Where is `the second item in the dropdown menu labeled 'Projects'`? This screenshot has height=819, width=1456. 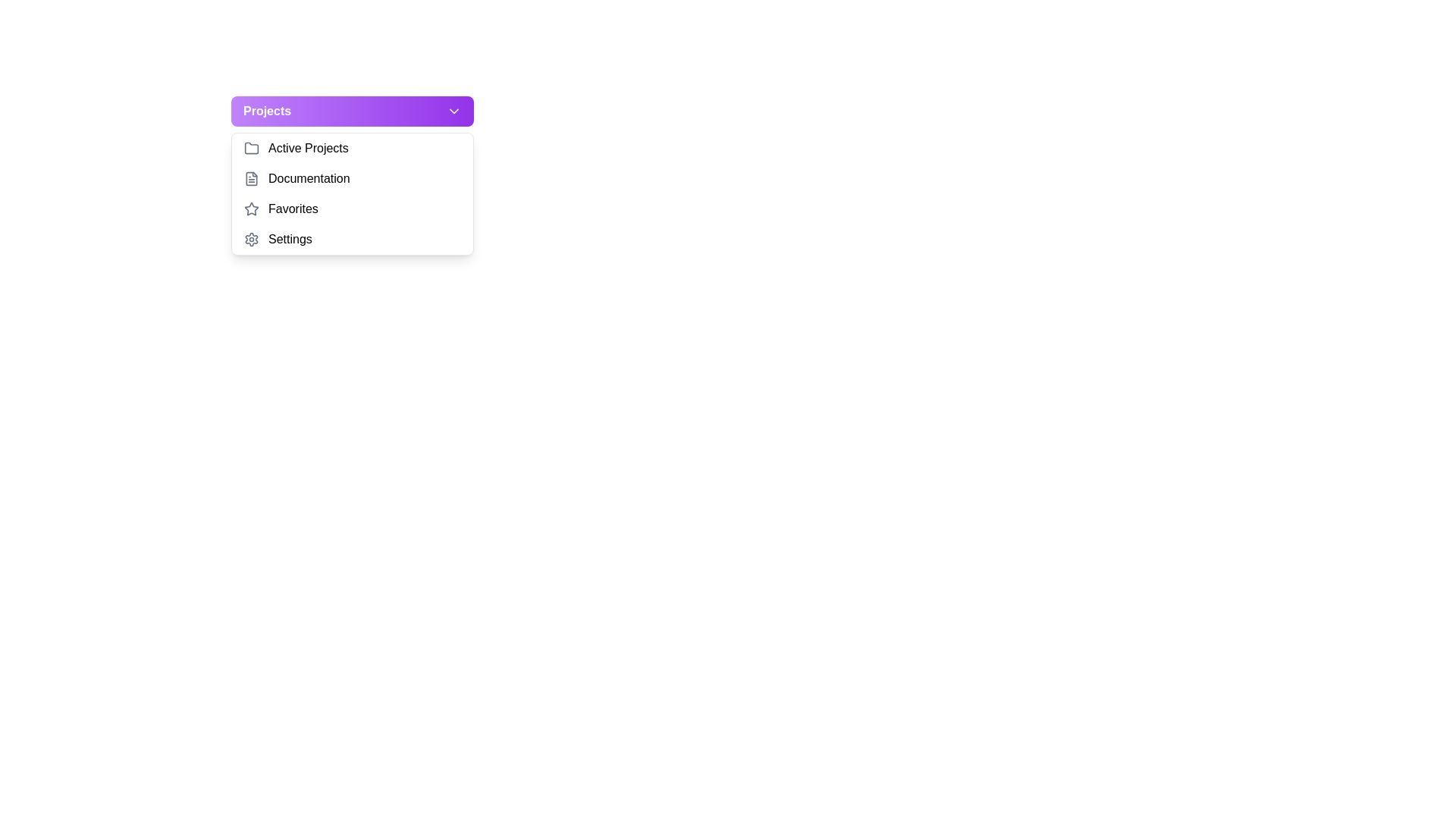 the second item in the dropdown menu labeled 'Projects' is located at coordinates (352, 177).